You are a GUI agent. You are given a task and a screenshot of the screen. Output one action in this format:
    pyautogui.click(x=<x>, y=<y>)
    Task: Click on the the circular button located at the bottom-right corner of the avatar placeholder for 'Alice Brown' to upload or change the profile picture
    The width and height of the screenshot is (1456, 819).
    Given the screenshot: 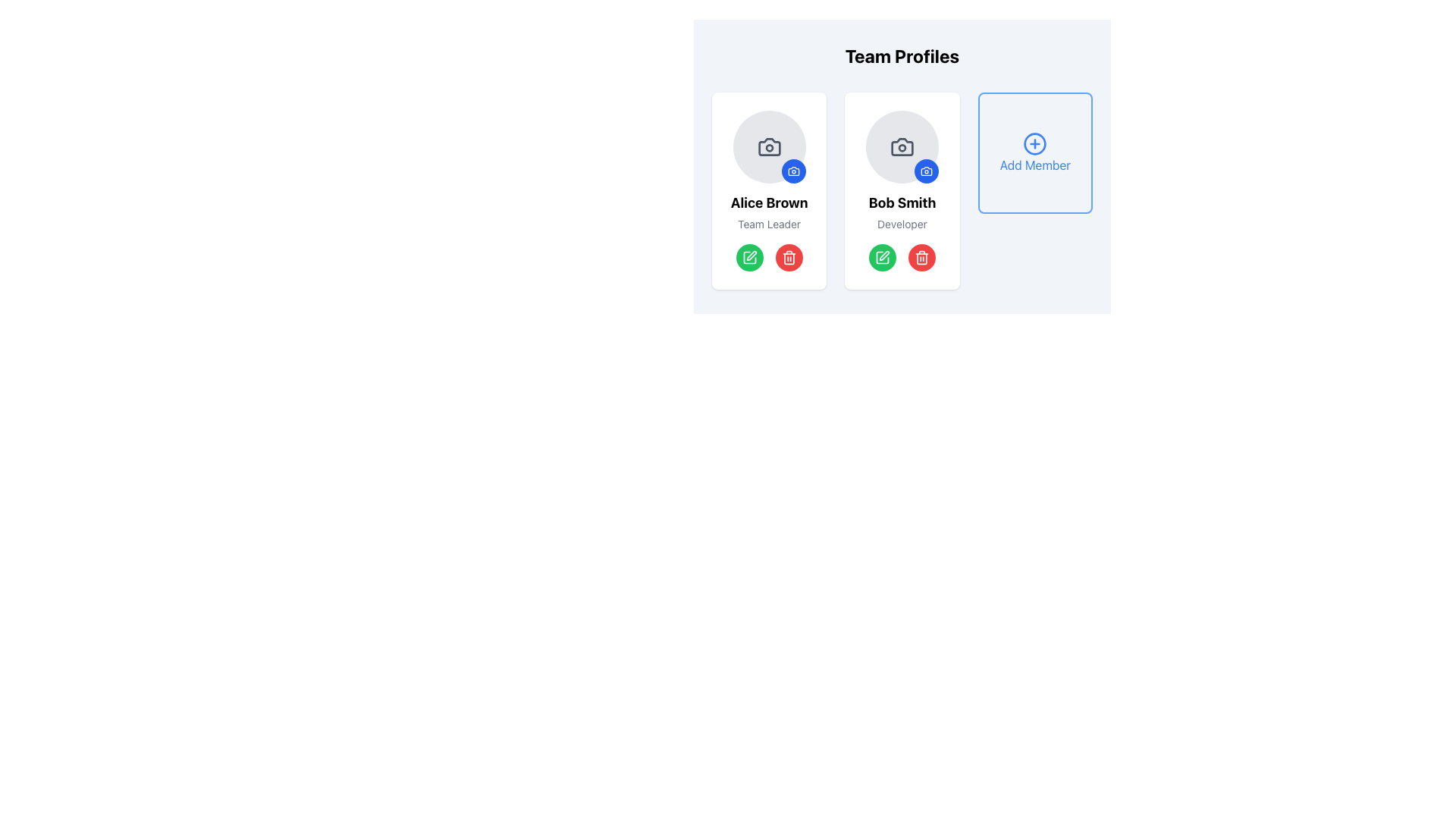 What is the action you would take?
    pyautogui.click(x=769, y=146)
    